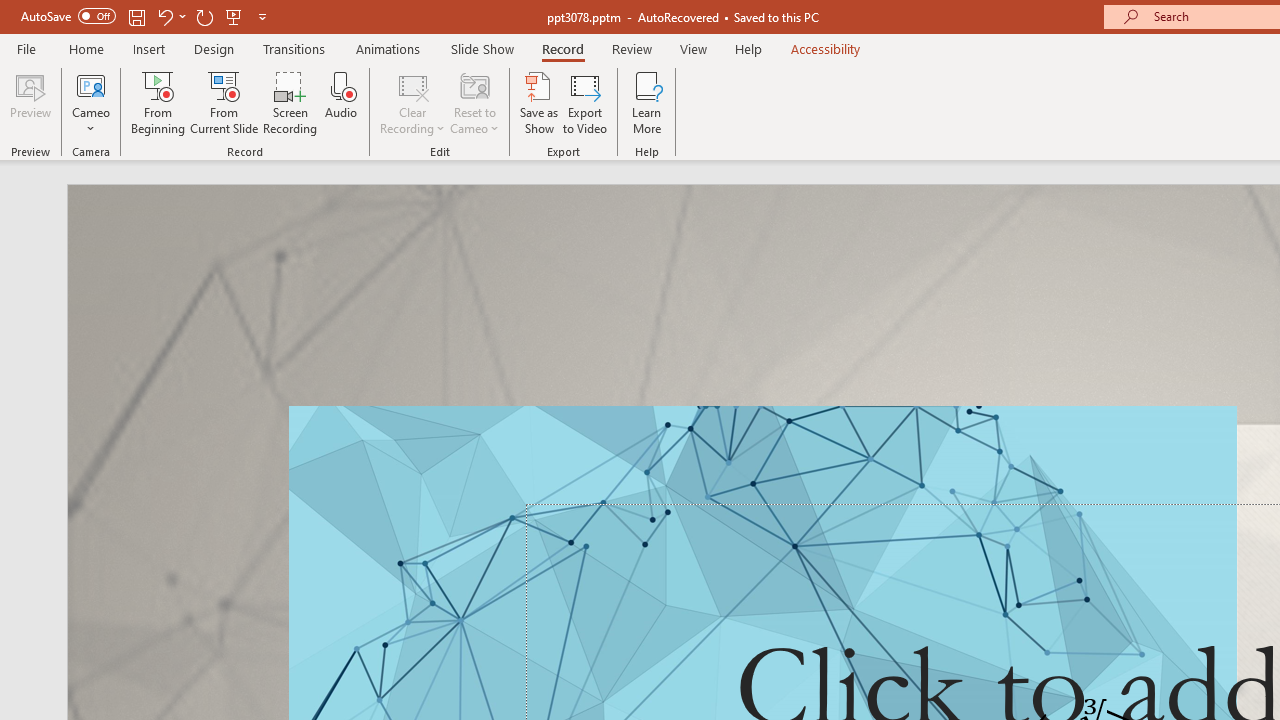 The width and height of the screenshot is (1280, 720). What do you see at coordinates (584, 103) in the screenshot?
I see `'Export to Video'` at bounding box center [584, 103].